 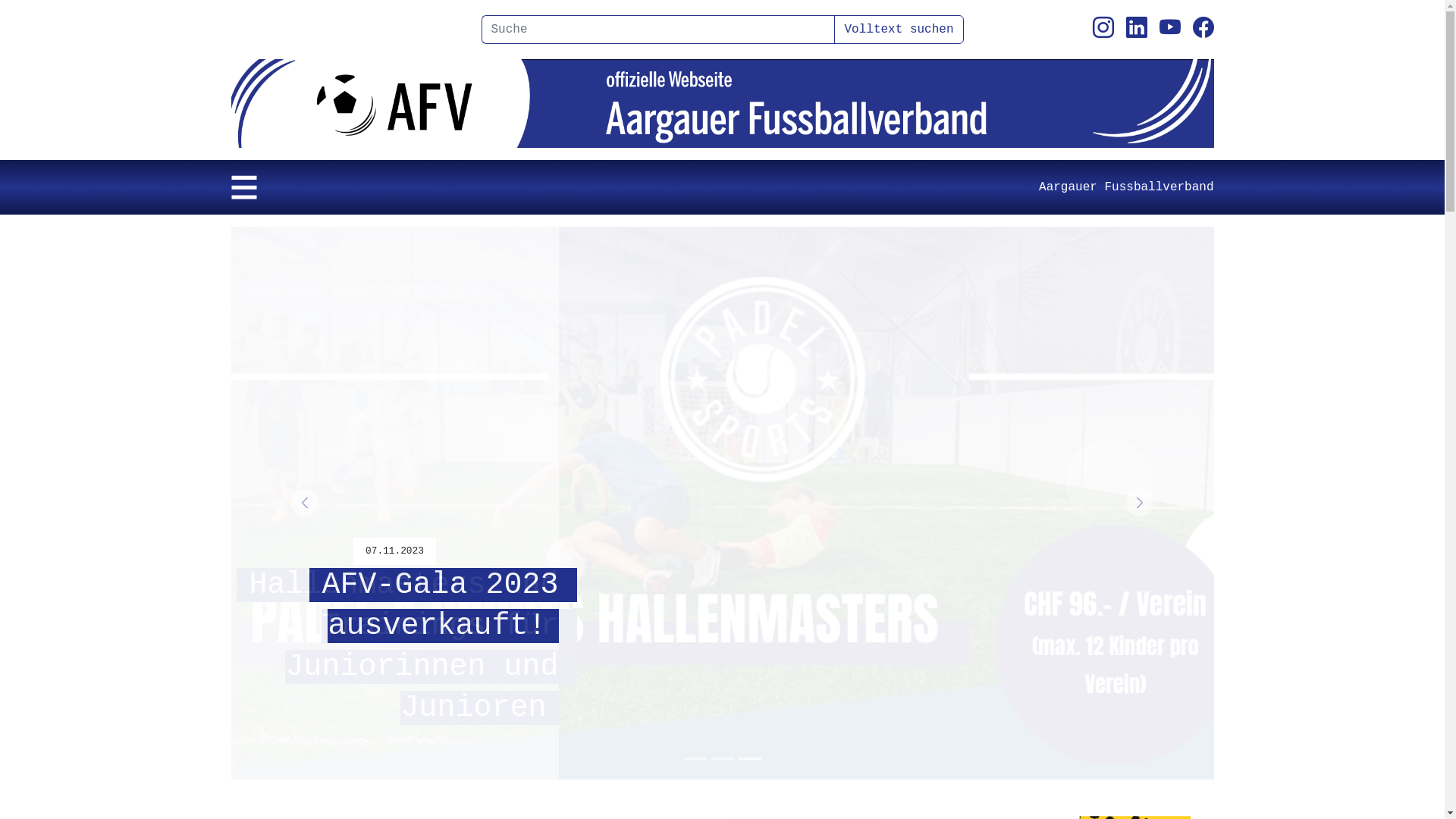 I want to click on 'Volltext suchen', so click(x=899, y=29).